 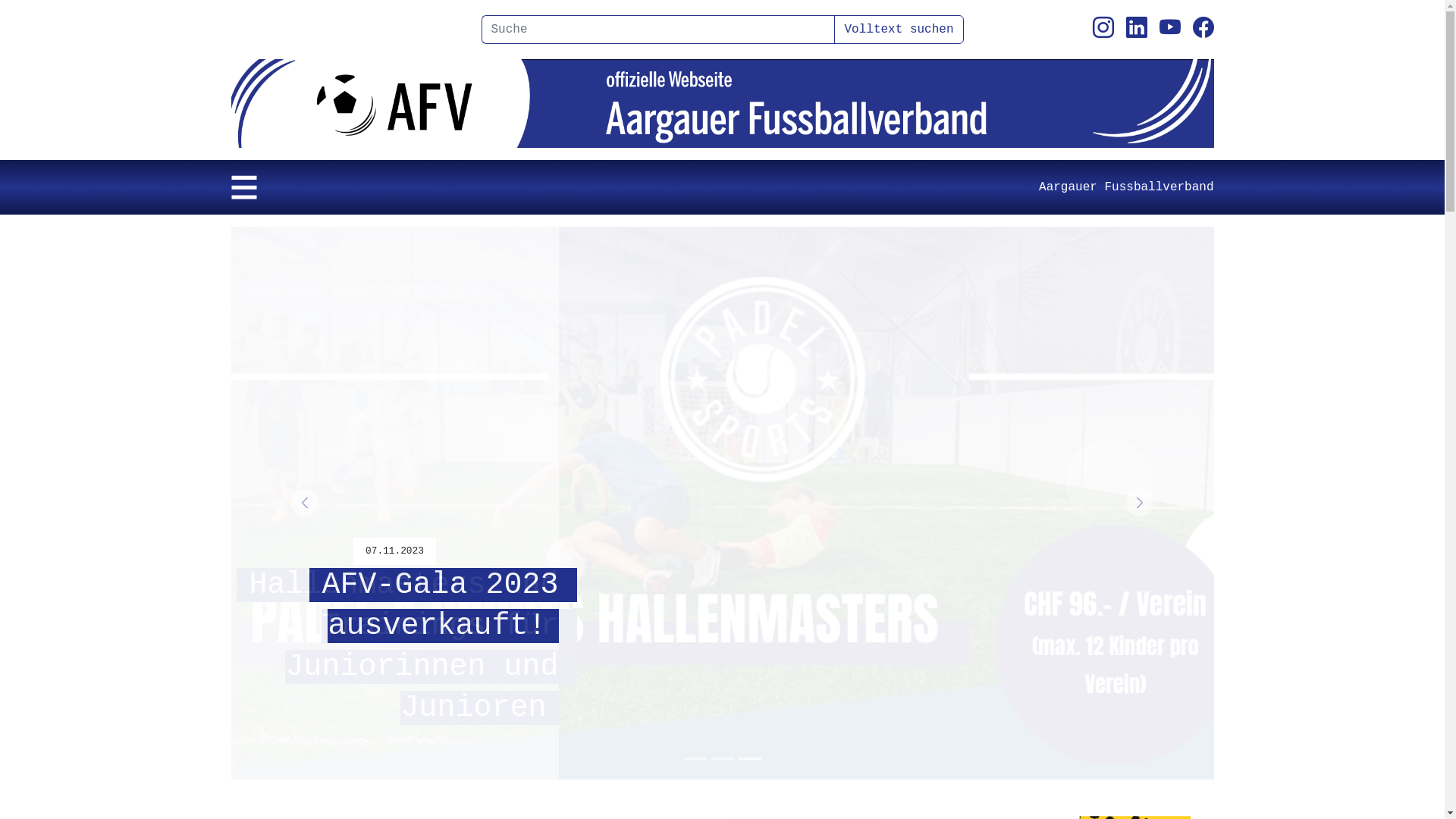 I want to click on 'Volltext suchen', so click(x=899, y=29).